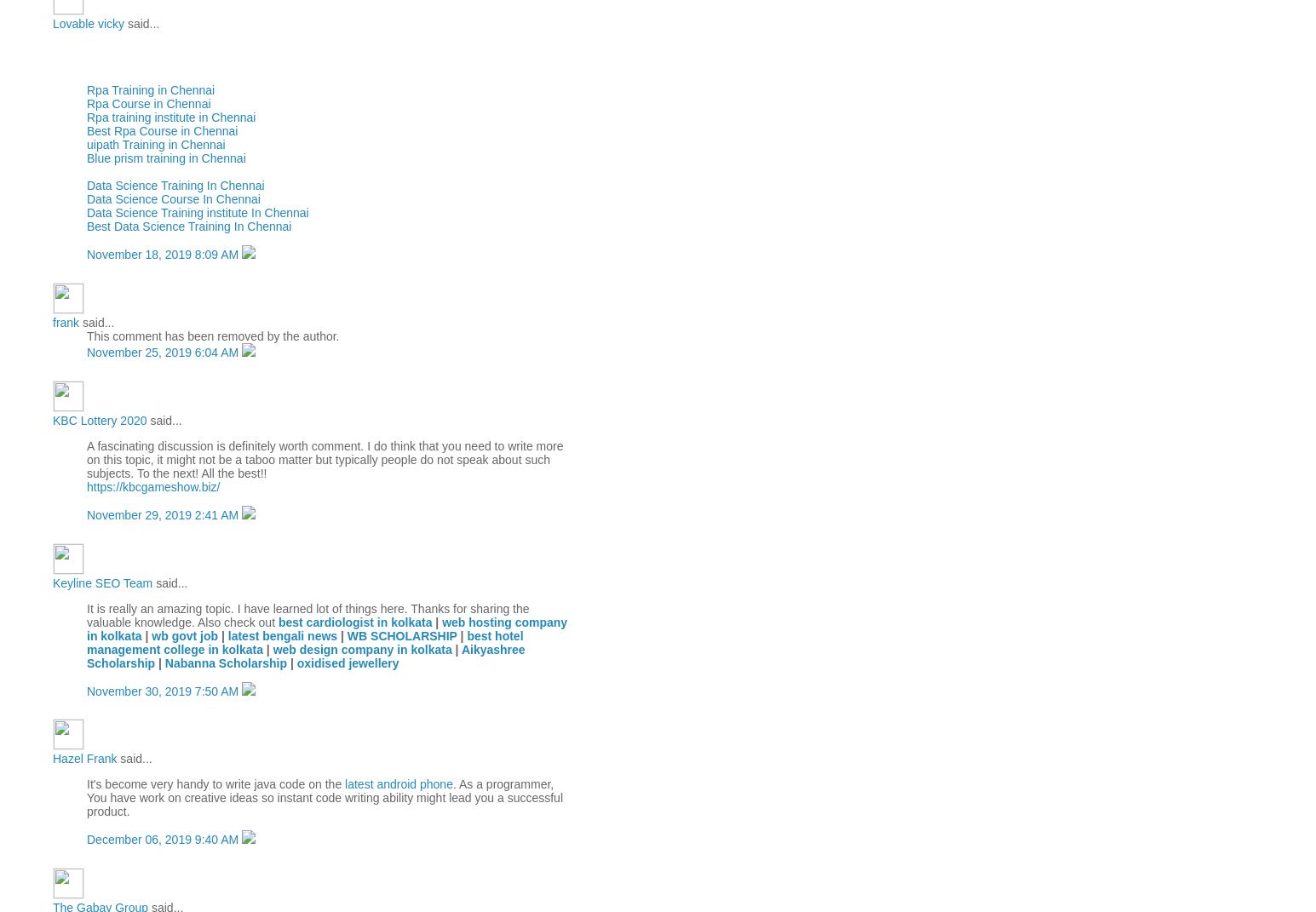 The width and height of the screenshot is (1316, 912). Describe the element at coordinates (164, 689) in the screenshot. I see `'November 30, 2019 7:50 AM'` at that location.